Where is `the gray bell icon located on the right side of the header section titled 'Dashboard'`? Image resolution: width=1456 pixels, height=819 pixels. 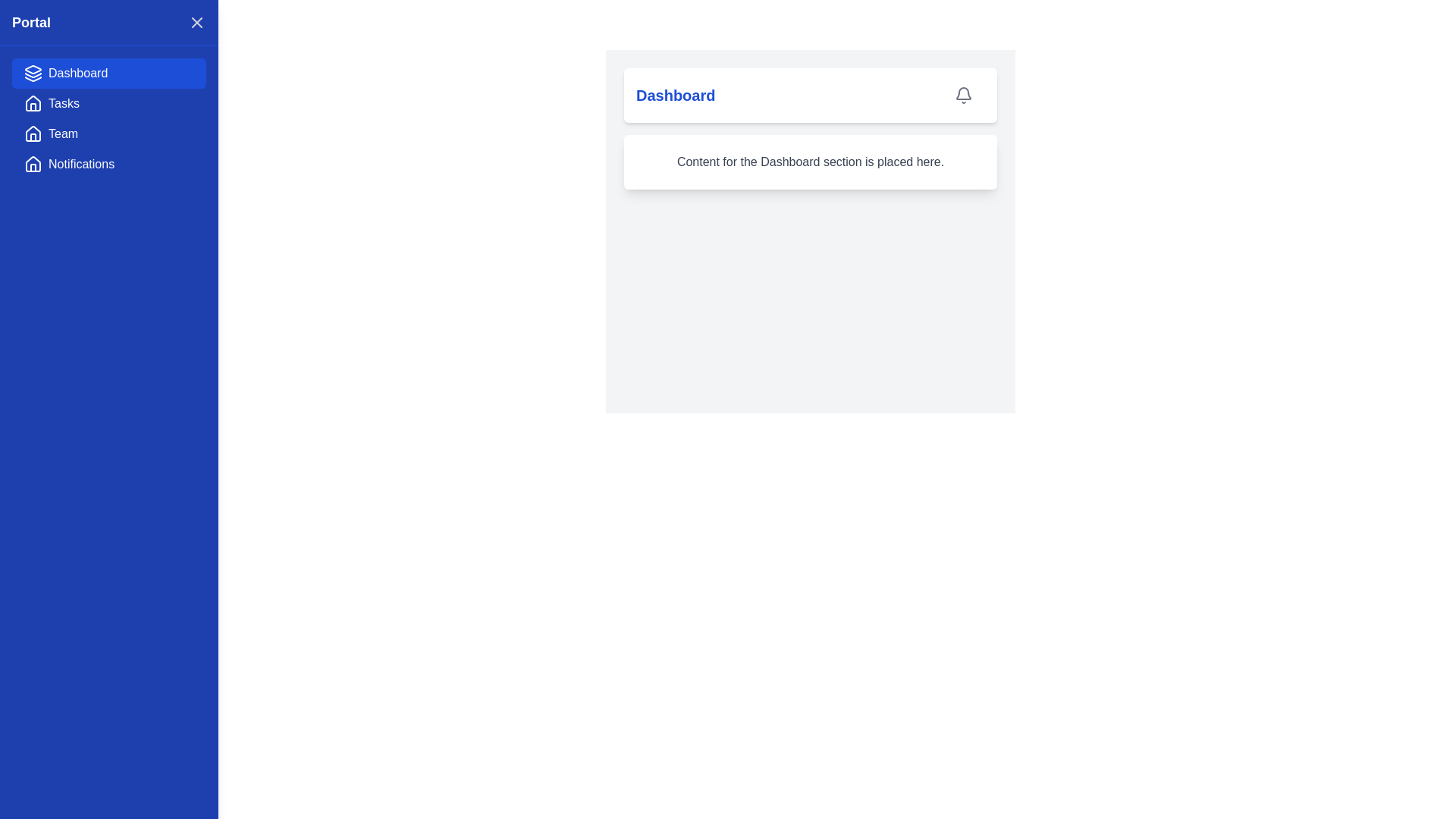
the gray bell icon located on the right side of the header section titled 'Dashboard' is located at coordinates (963, 96).